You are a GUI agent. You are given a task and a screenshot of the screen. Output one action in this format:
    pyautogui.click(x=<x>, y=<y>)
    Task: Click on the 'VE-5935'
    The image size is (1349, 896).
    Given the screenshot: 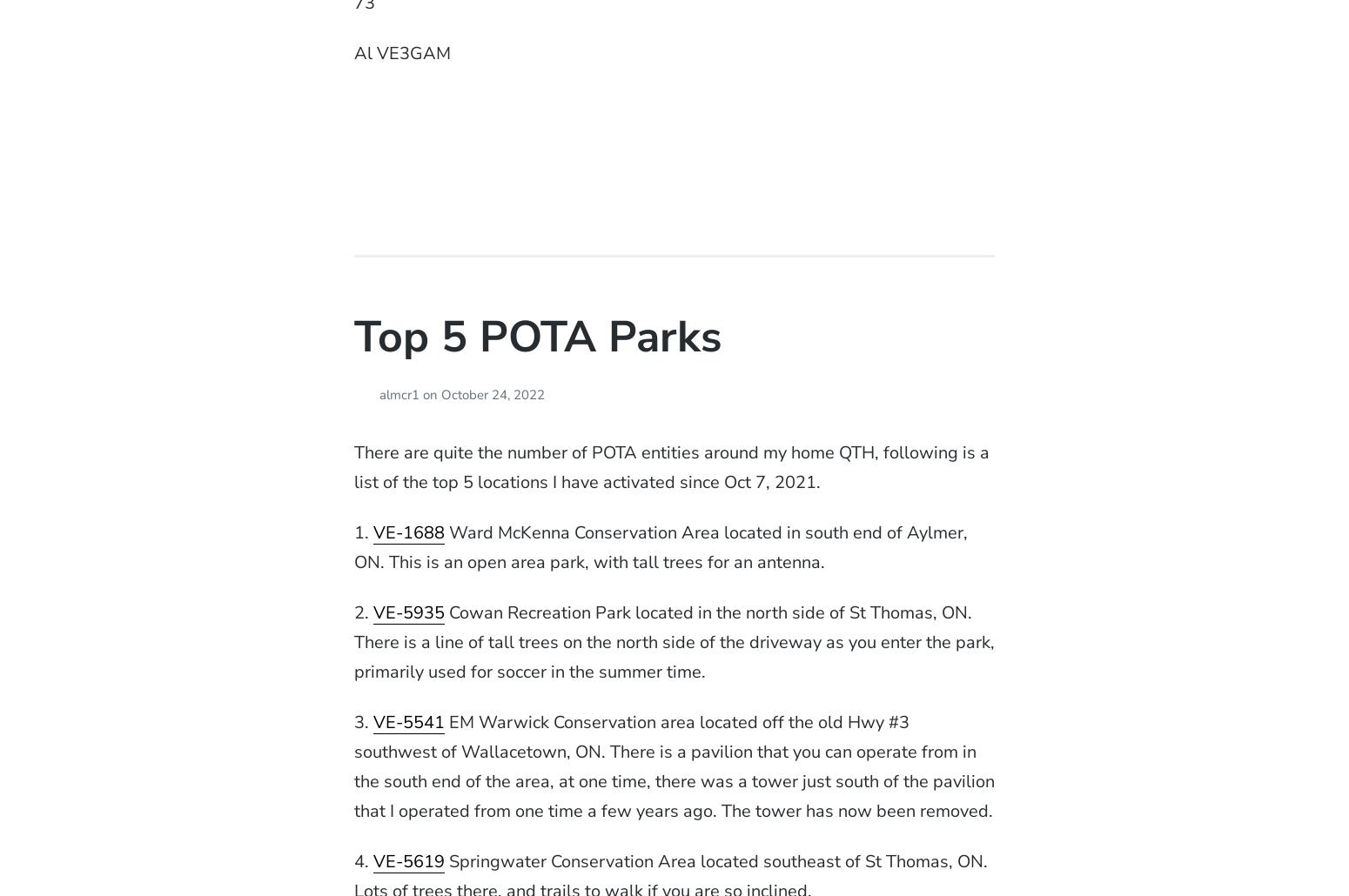 What is the action you would take?
    pyautogui.click(x=407, y=612)
    